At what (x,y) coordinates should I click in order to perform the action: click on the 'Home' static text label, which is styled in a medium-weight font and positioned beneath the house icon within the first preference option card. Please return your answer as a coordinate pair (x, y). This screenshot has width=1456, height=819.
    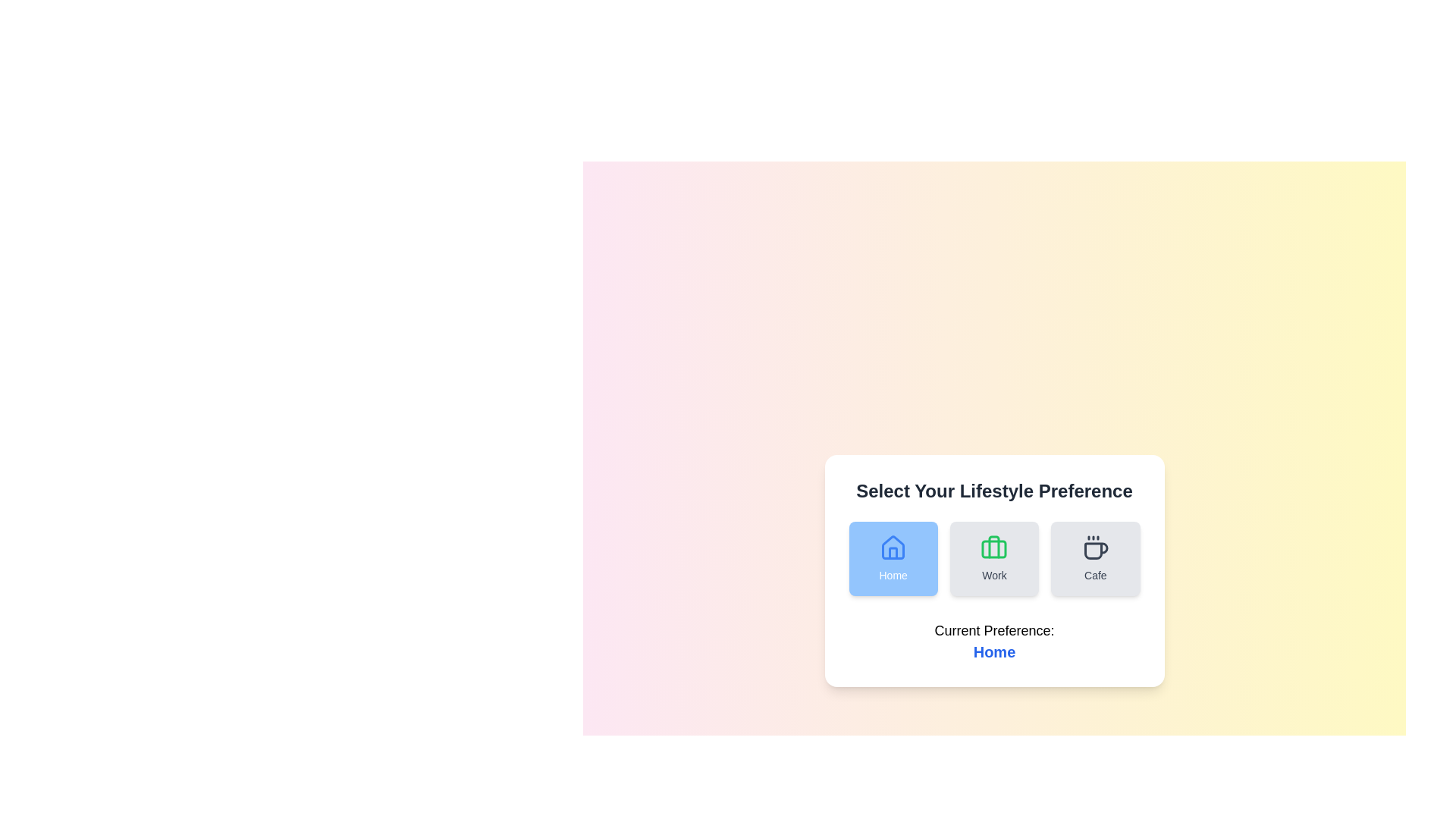
    Looking at the image, I should click on (893, 576).